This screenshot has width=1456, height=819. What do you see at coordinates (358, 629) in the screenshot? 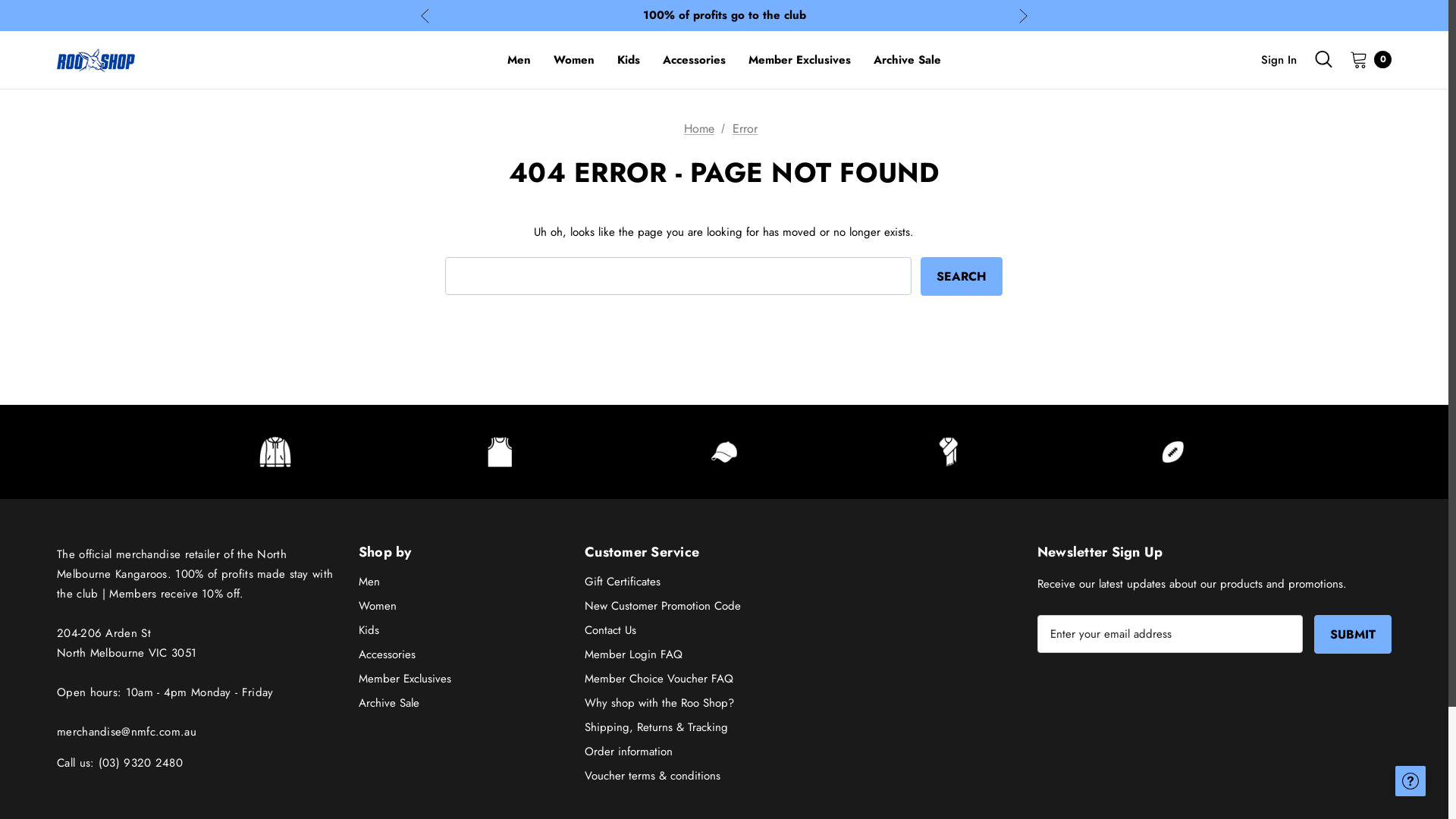
I see `'Kids'` at bounding box center [358, 629].